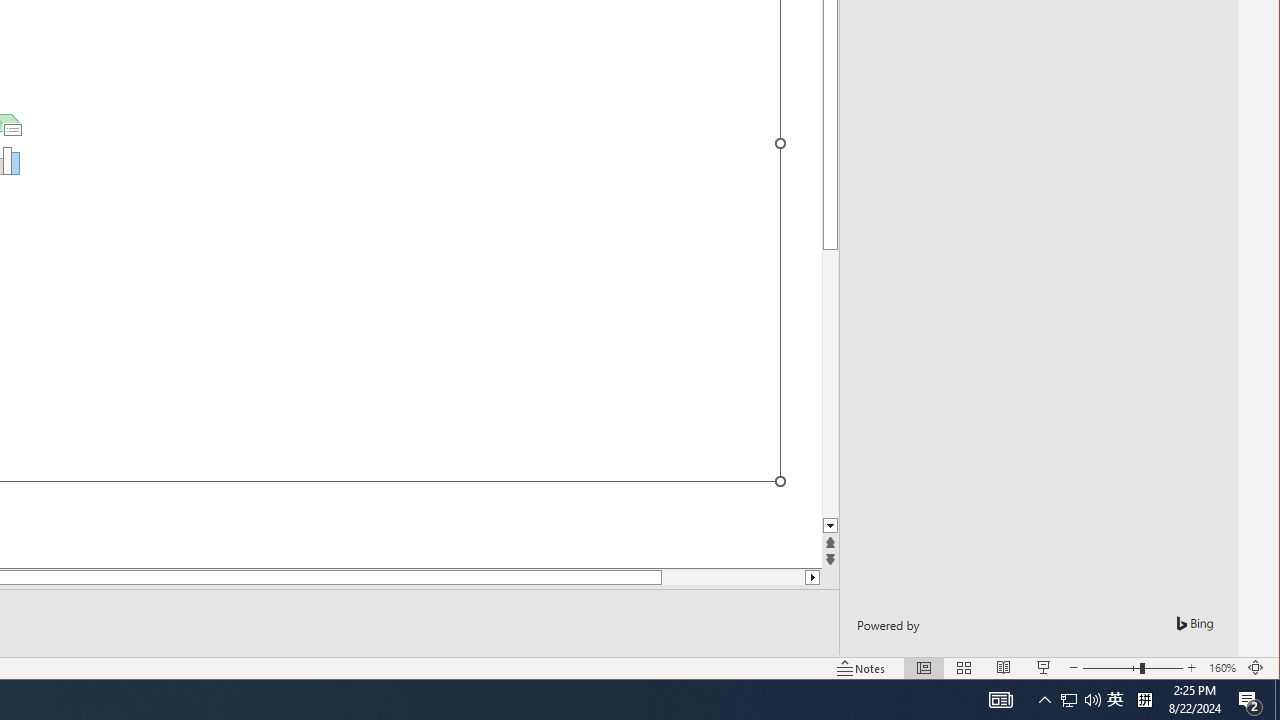 This screenshot has height=720, width=1280. I want to click on 'Zoom 160%', so click(1221, 668).